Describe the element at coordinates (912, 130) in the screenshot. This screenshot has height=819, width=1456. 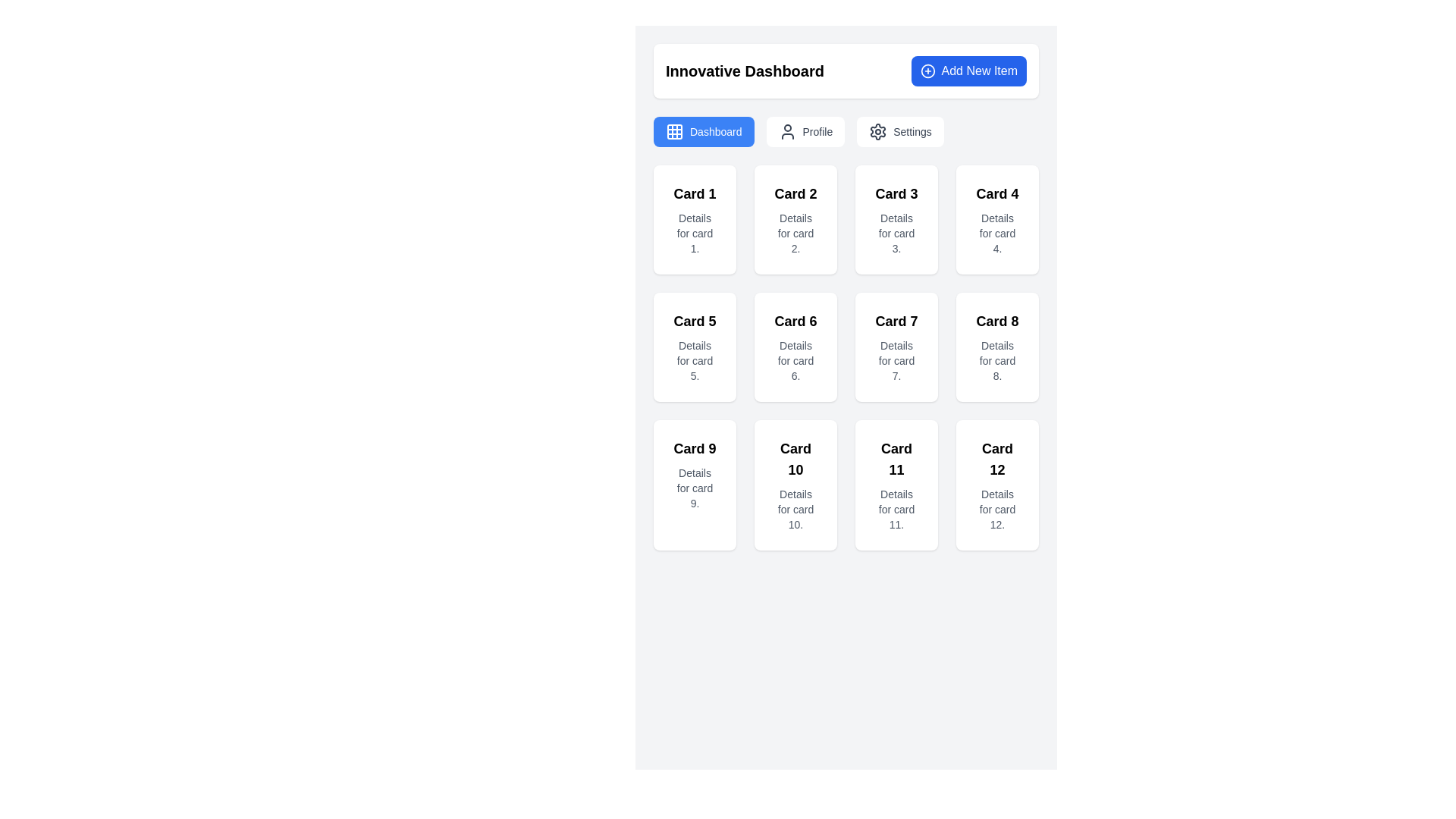
I see `the 'Settings' text label, which is styled with a moderate font size and medium-weight font, positioned to the right of a gear icon in the third button of the navigation options` at that location.